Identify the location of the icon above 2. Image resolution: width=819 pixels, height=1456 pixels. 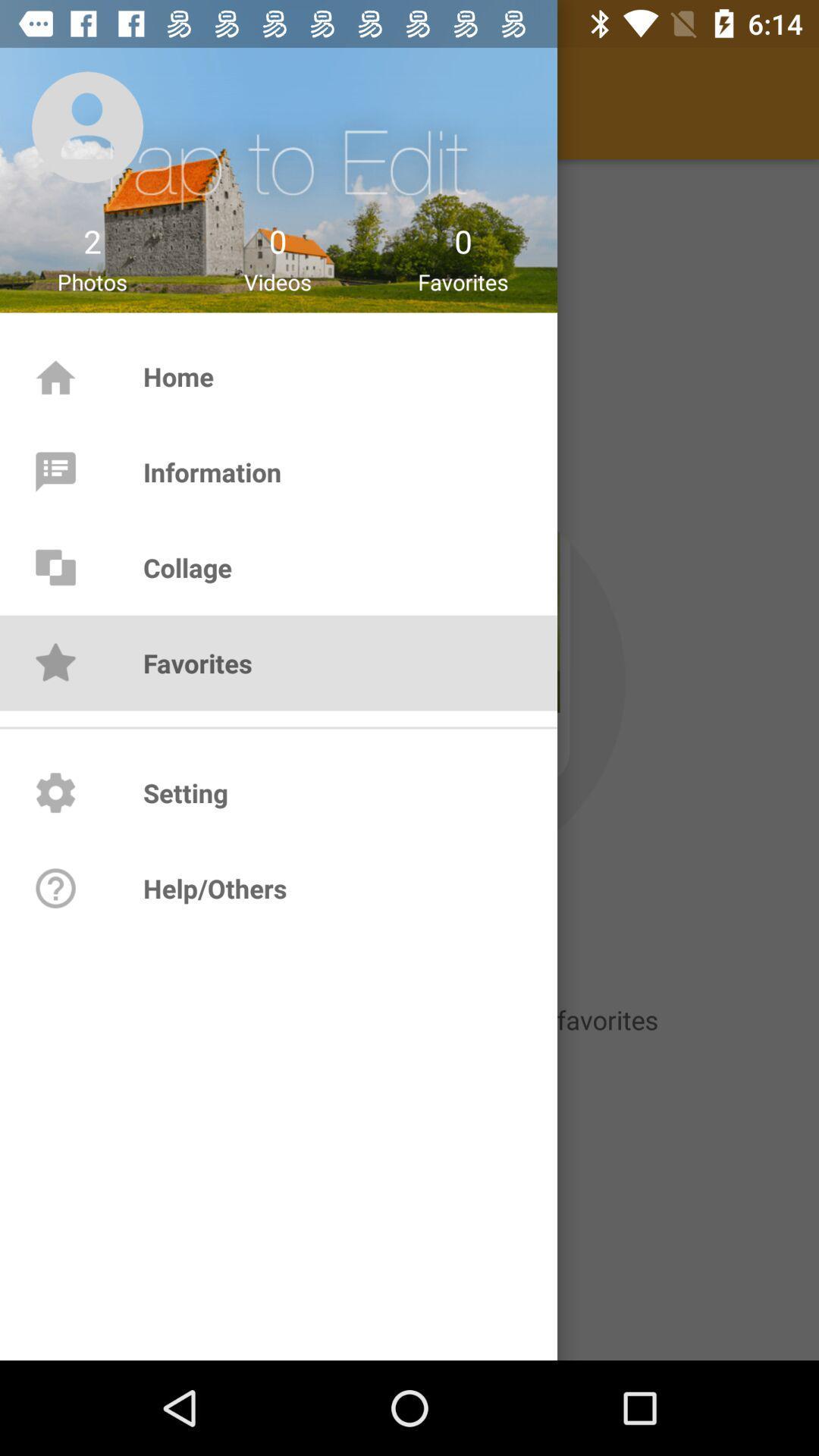
(87, 127).